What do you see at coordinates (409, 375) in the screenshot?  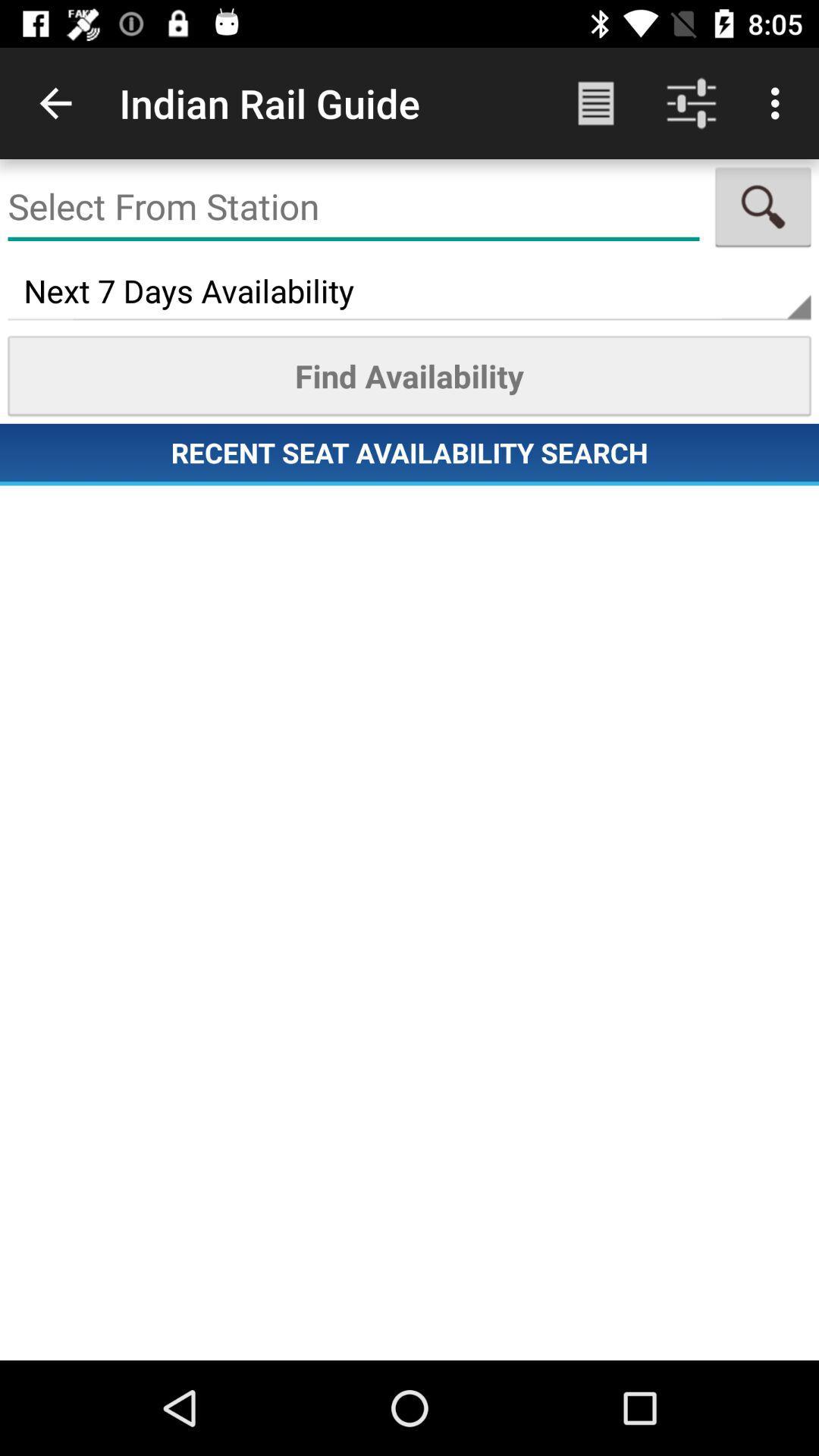 I see `the icon below next 7 days icon` at bounding box center [409, 375].